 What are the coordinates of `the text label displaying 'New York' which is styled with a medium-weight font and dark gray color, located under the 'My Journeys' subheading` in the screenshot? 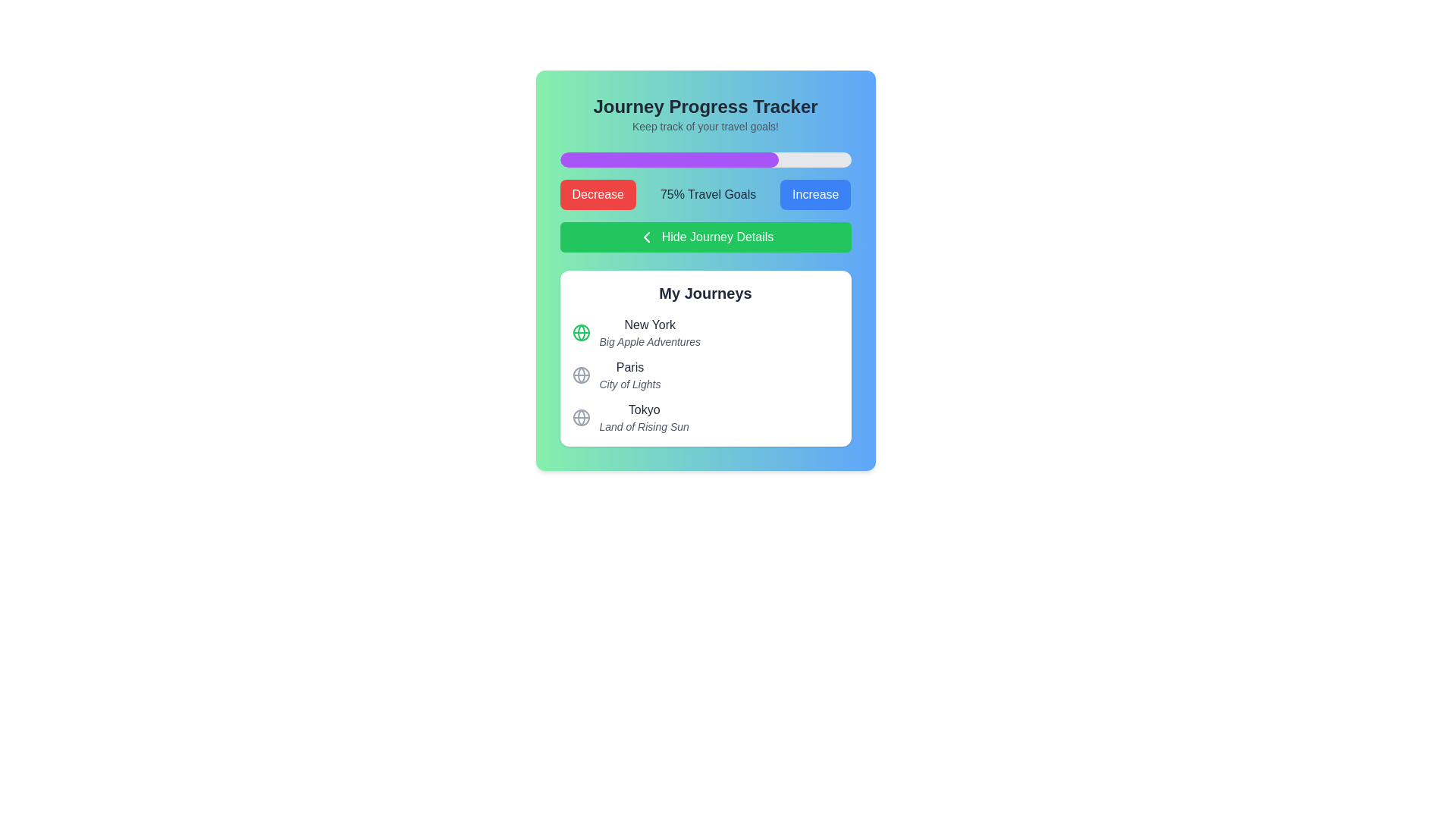 It's located at (650, 324).